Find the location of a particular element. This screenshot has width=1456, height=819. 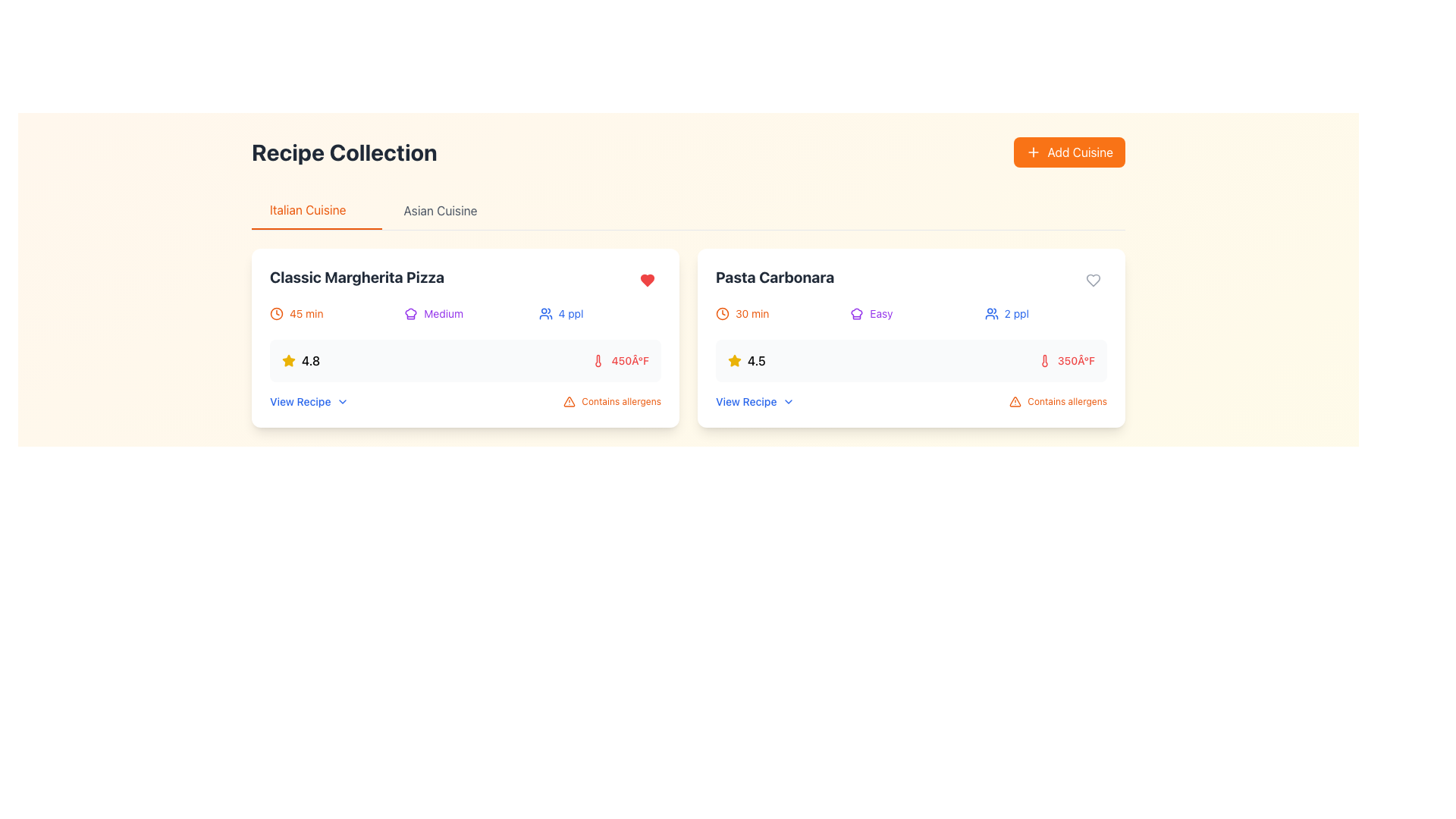

the label displaying '450°F' in red color, part of the information card for the 'Classic Margherita Pizza' recipe is located at coordinates (630, 360).